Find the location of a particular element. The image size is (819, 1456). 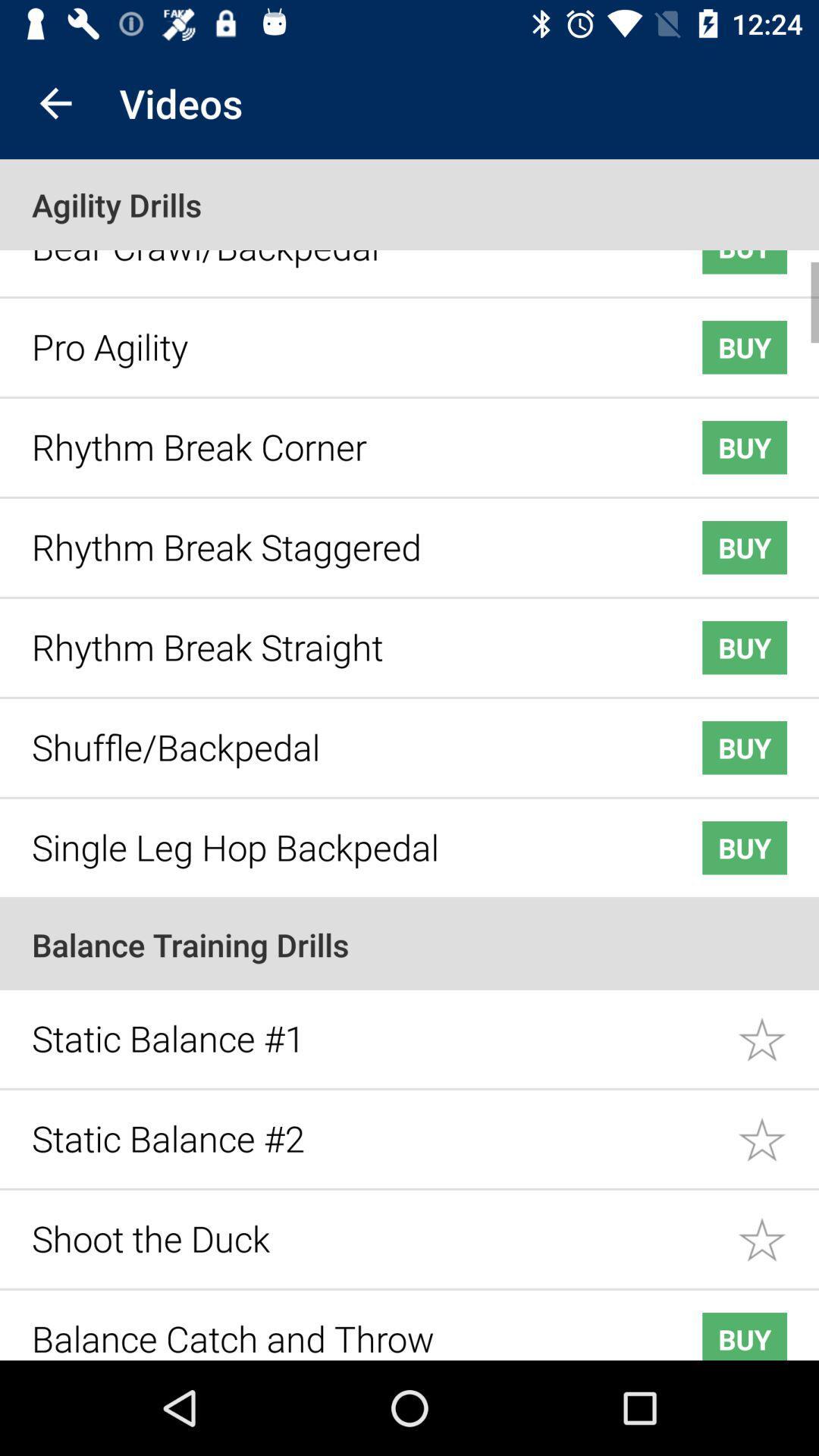

item to the left of the buy is located at coordinates (343, 1326).